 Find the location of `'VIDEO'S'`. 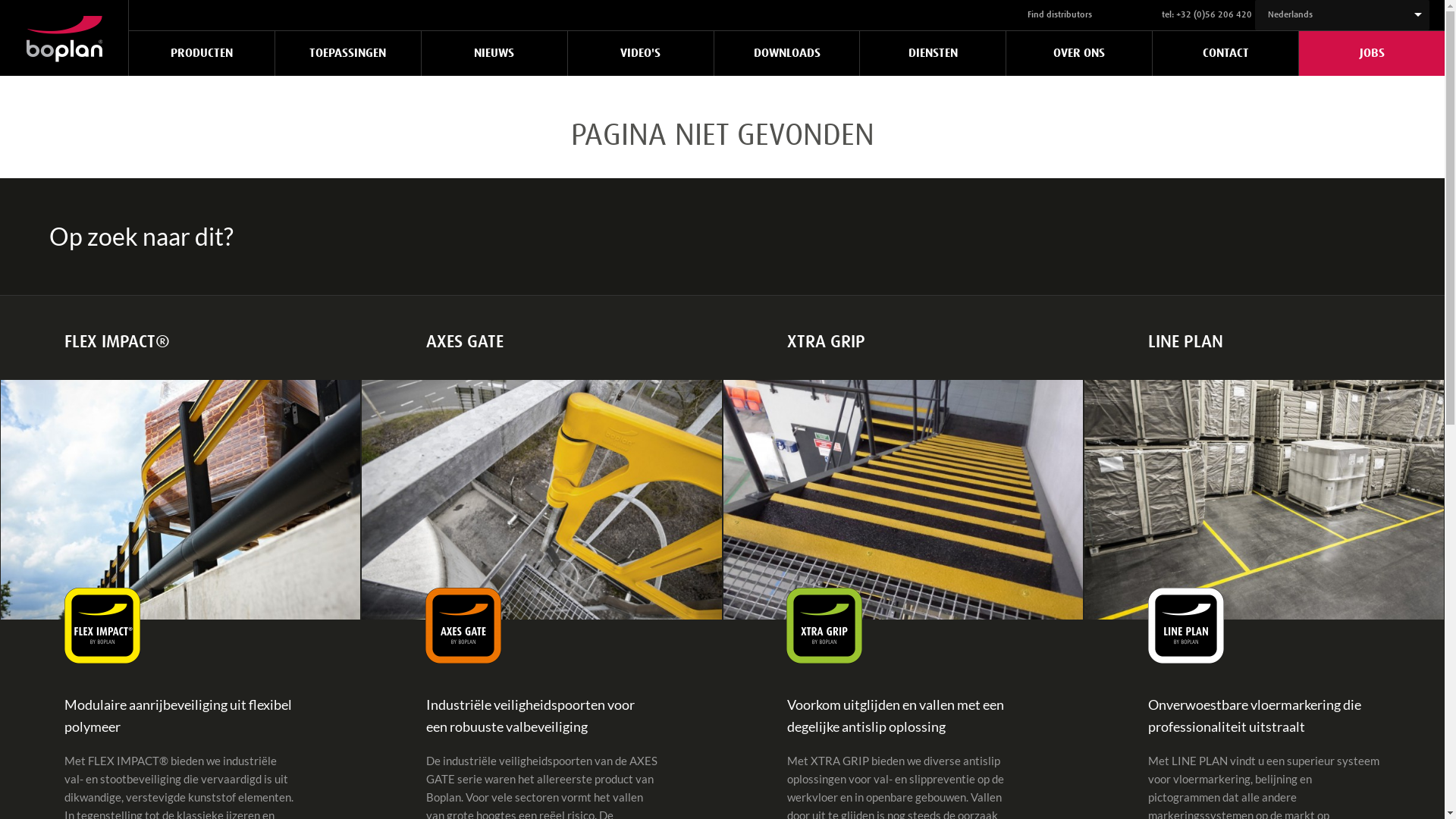

'VIDEO'S' is located at coordinates (566, 52).